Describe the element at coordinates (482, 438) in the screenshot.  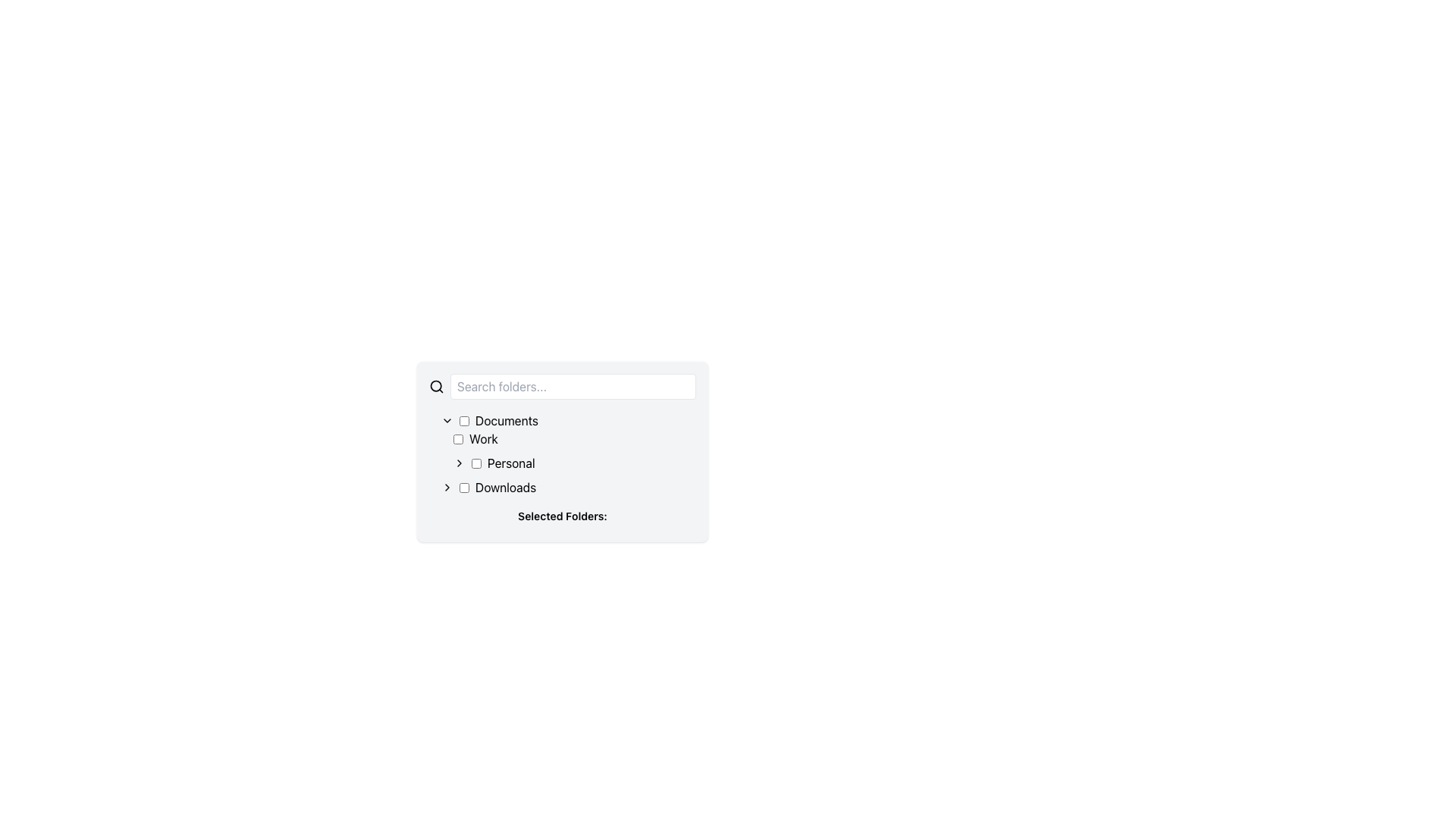
I see `the text label displaying 'Work' which is aligned to the right of a checkbox in the vertical file list interface` at that location.